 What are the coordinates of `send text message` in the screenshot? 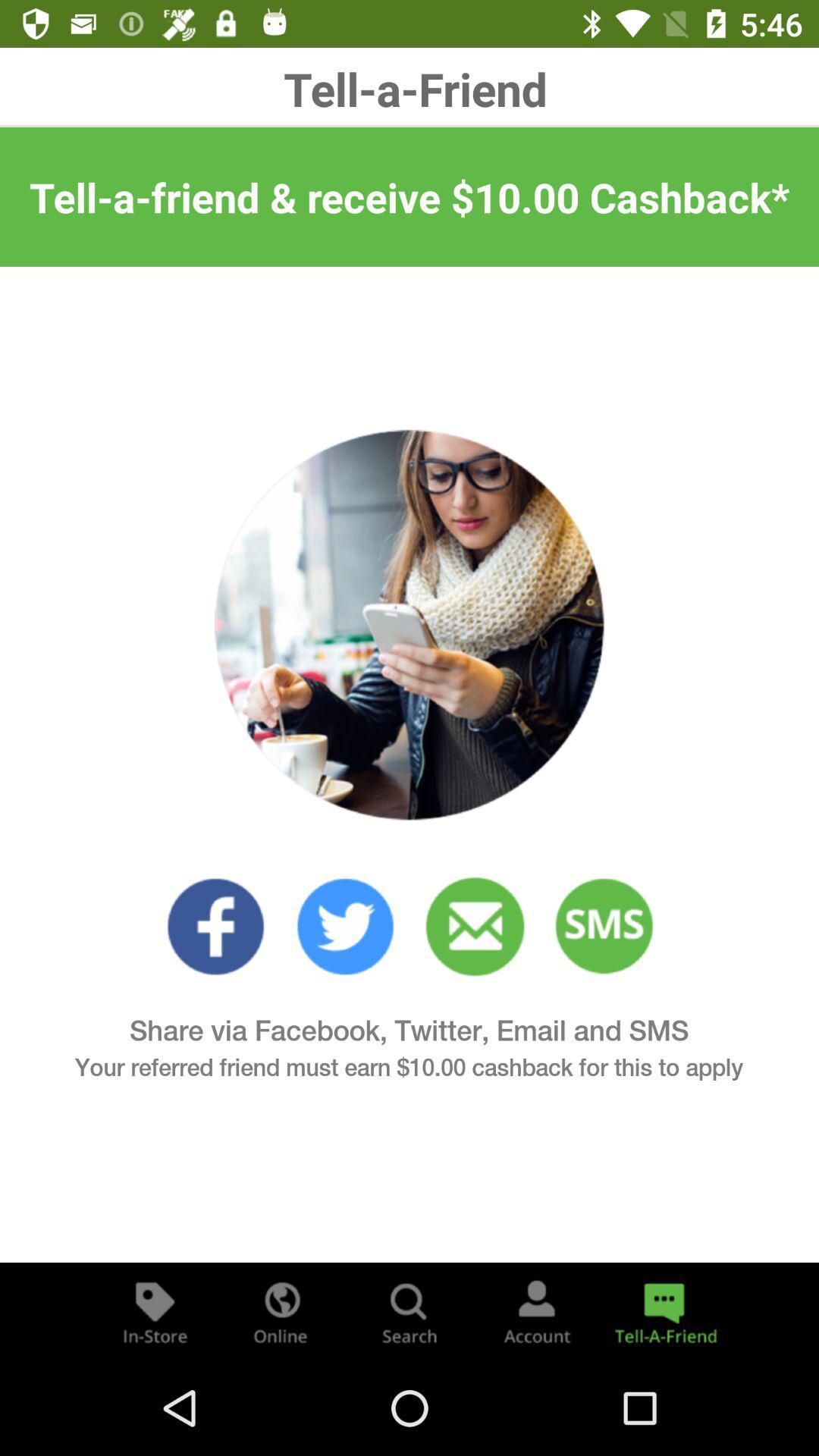 It's located at (604, 926).